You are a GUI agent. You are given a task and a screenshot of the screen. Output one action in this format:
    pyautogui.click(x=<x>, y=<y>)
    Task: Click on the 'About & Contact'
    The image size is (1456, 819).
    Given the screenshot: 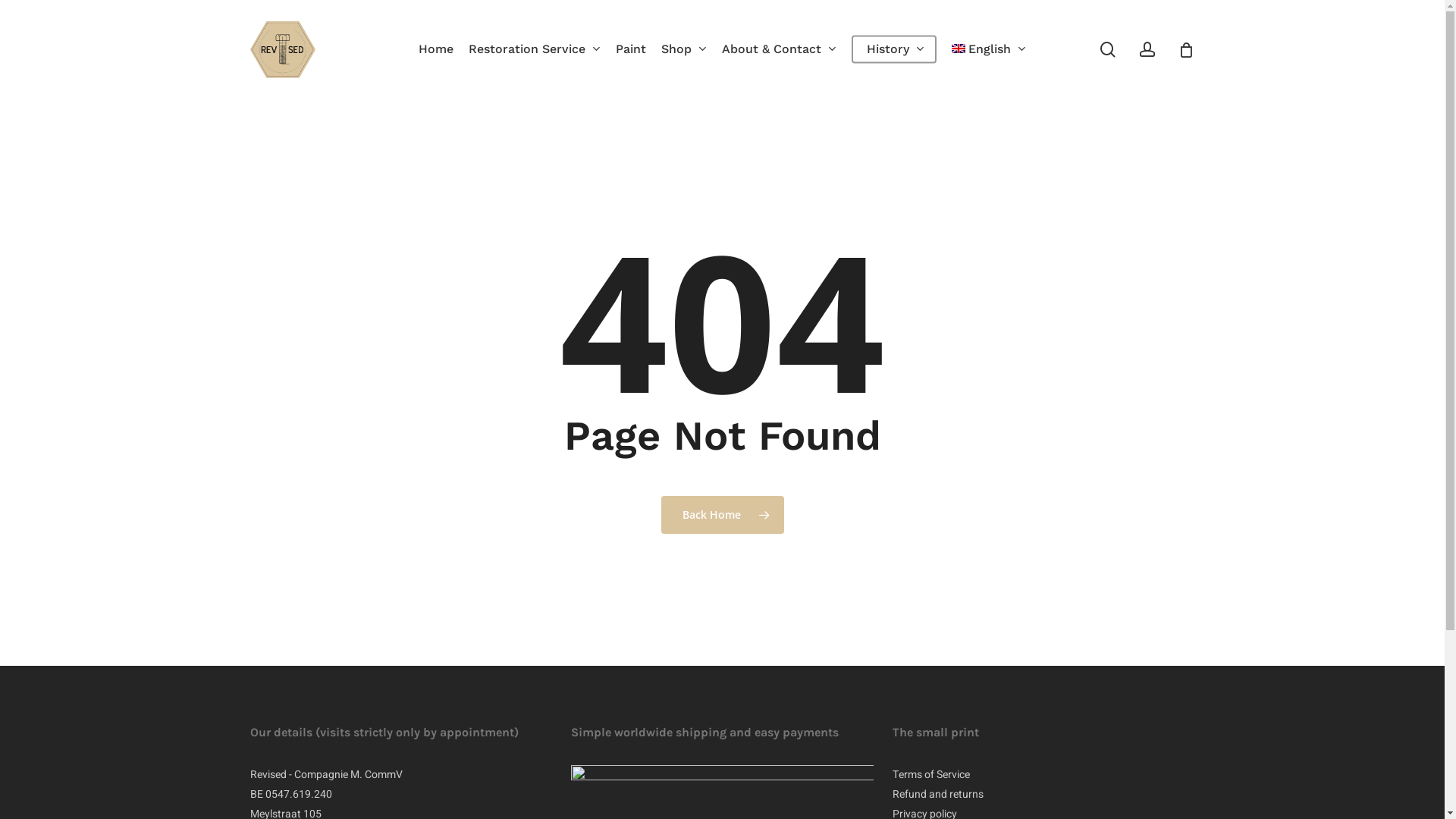 What is the action you would take?
    pyautogui.click(x=779, y=49)
    